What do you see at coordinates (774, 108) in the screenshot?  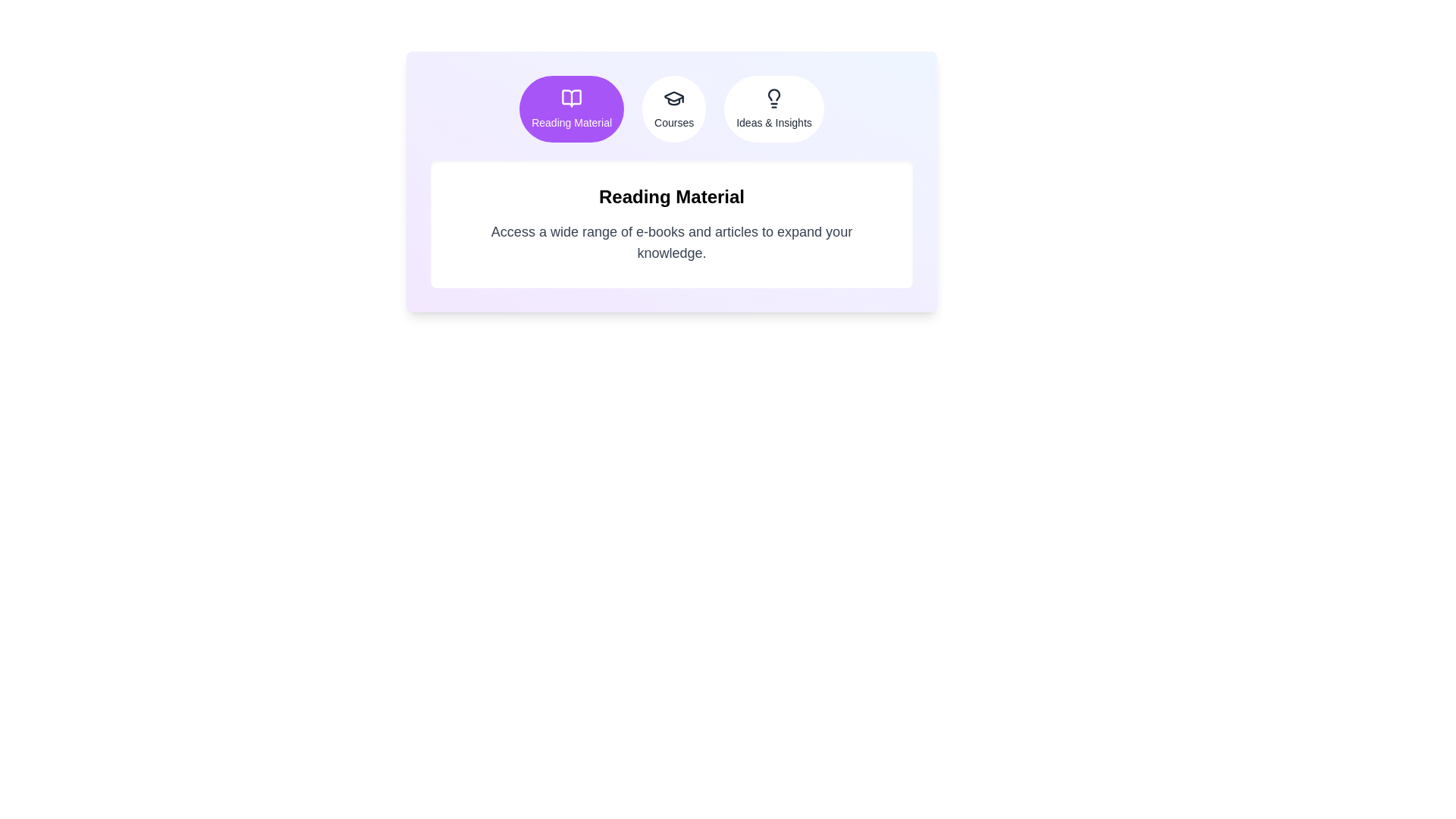 I see `the Ideas & Insights tab to view its content` at bounding box center [774, 108].